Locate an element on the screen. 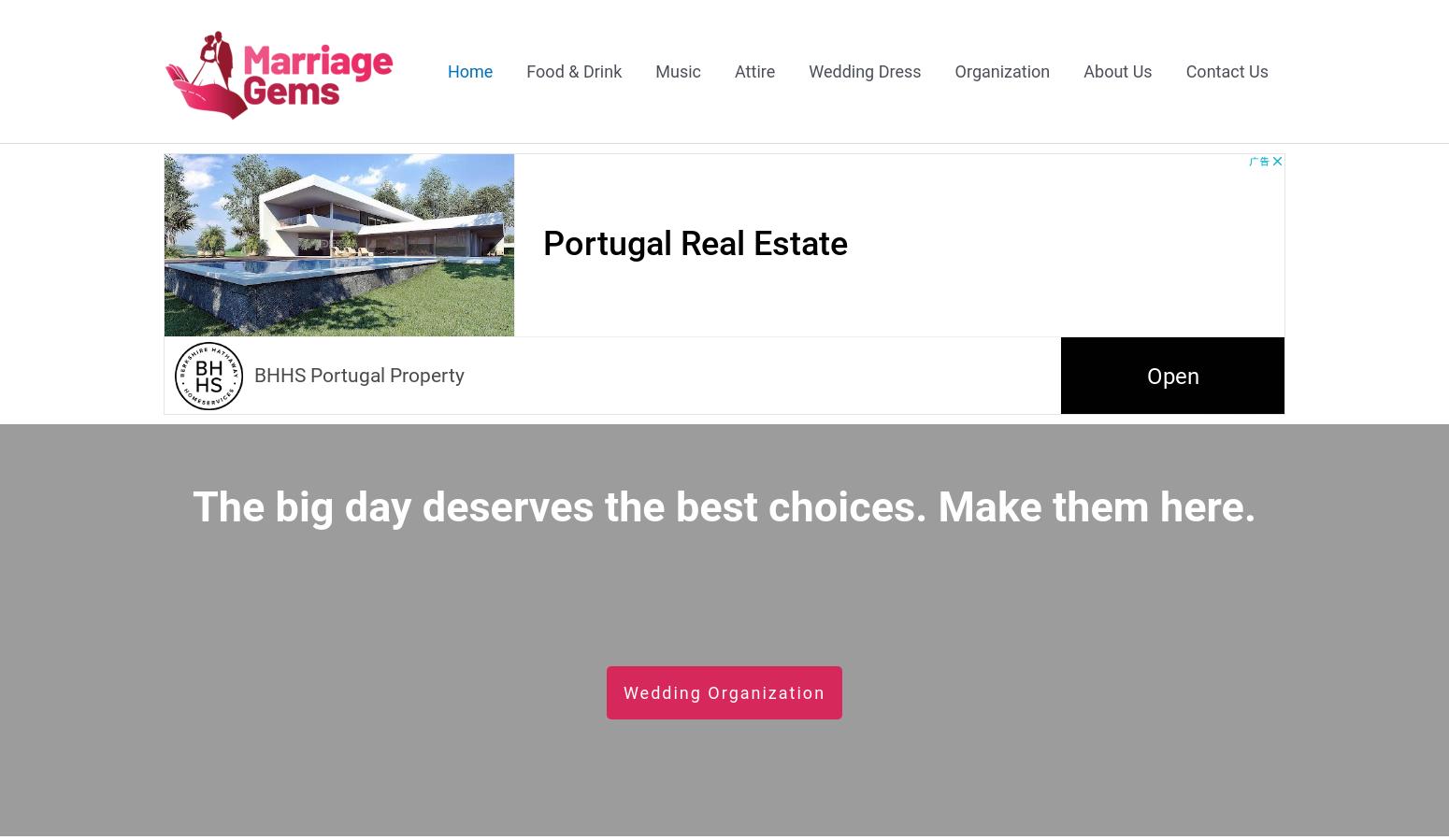 This screenshot has width=1449, height=840. 'Organization' is located at coordinates (954, 69).